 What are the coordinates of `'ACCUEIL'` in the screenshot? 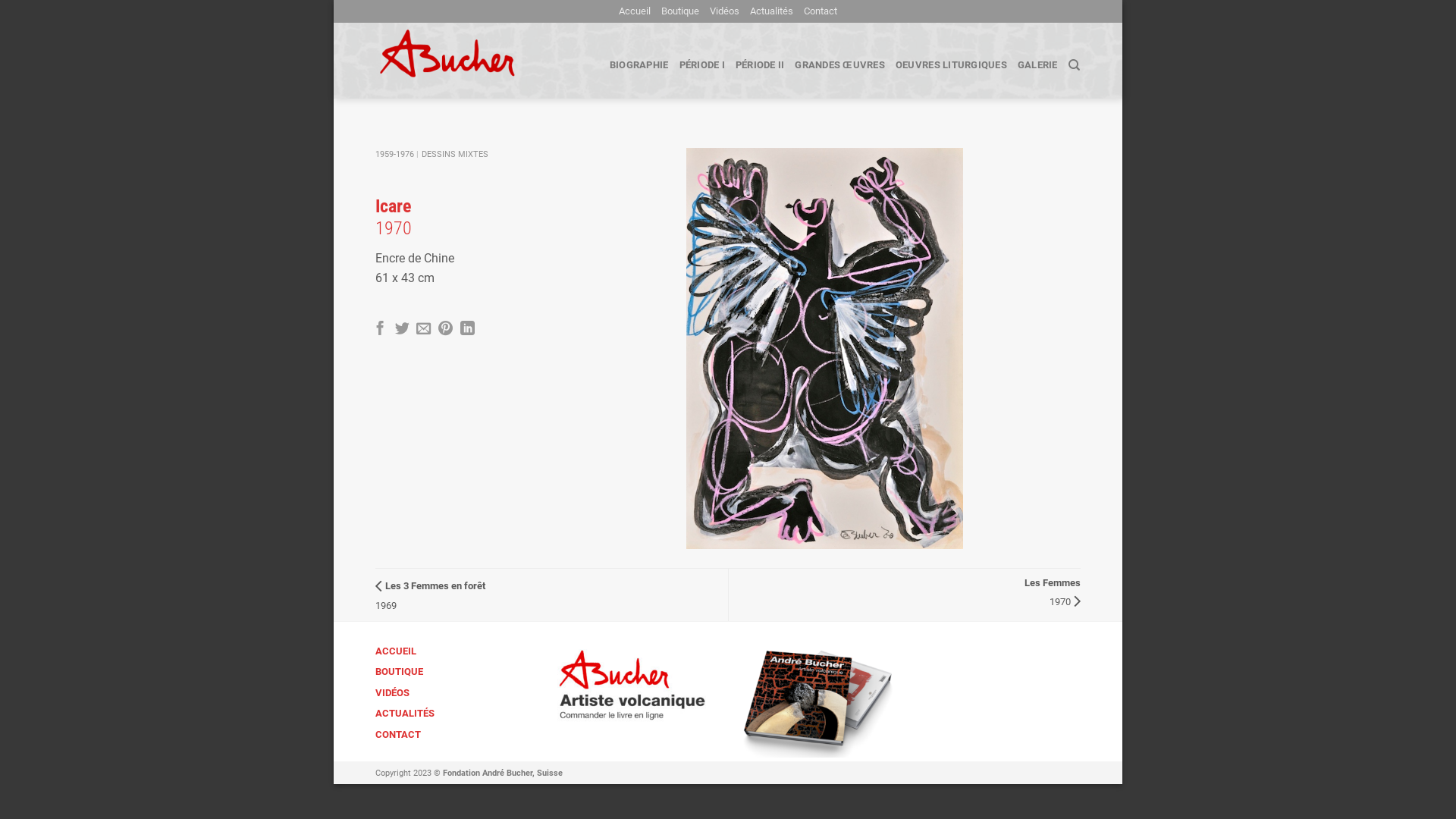 It's located at (375, 651).